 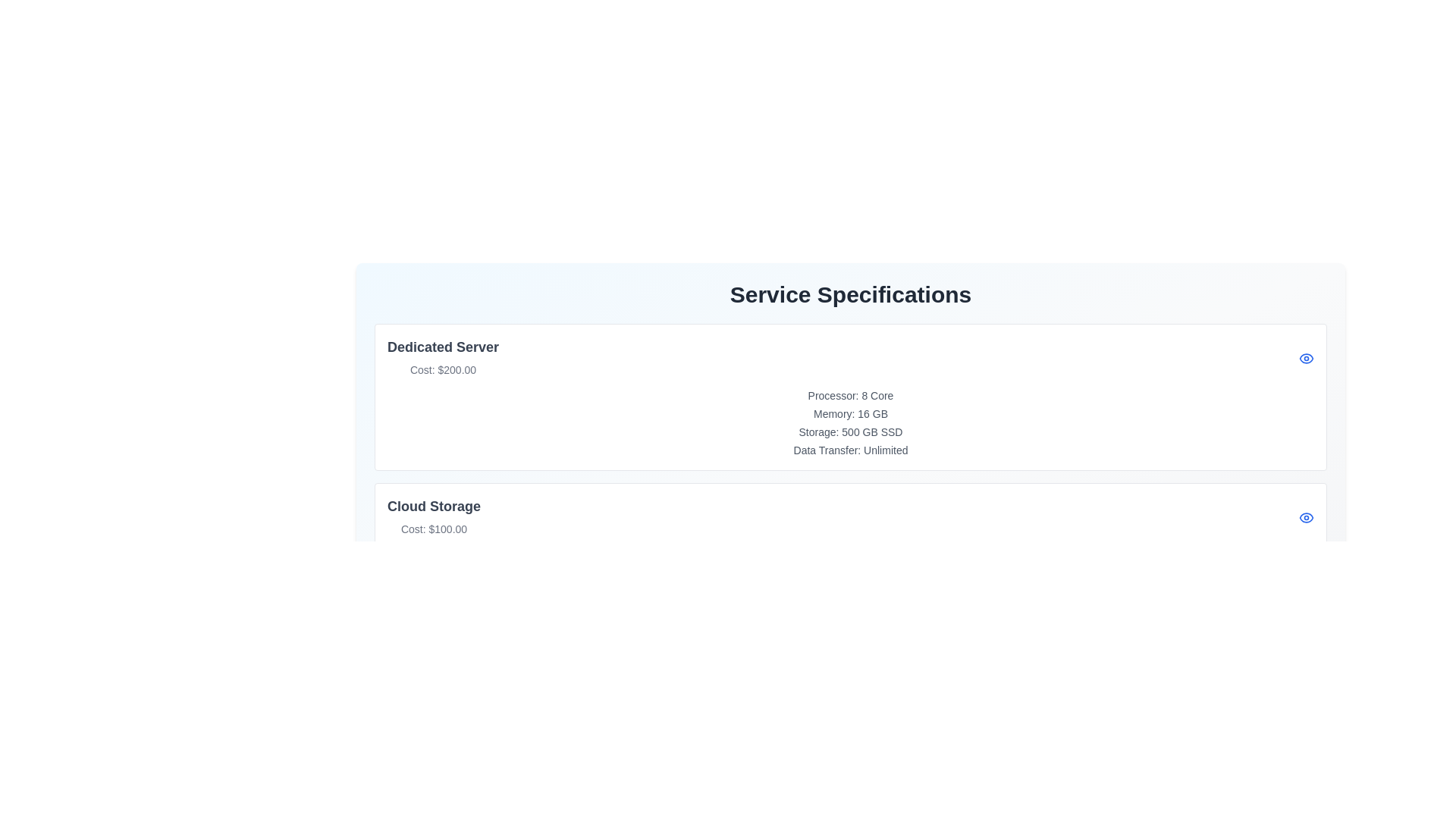 I want to click on the visibility toggle icon button located in the lower right corner of the 'Cloud Storage' card, so click(x=1306, y=516).